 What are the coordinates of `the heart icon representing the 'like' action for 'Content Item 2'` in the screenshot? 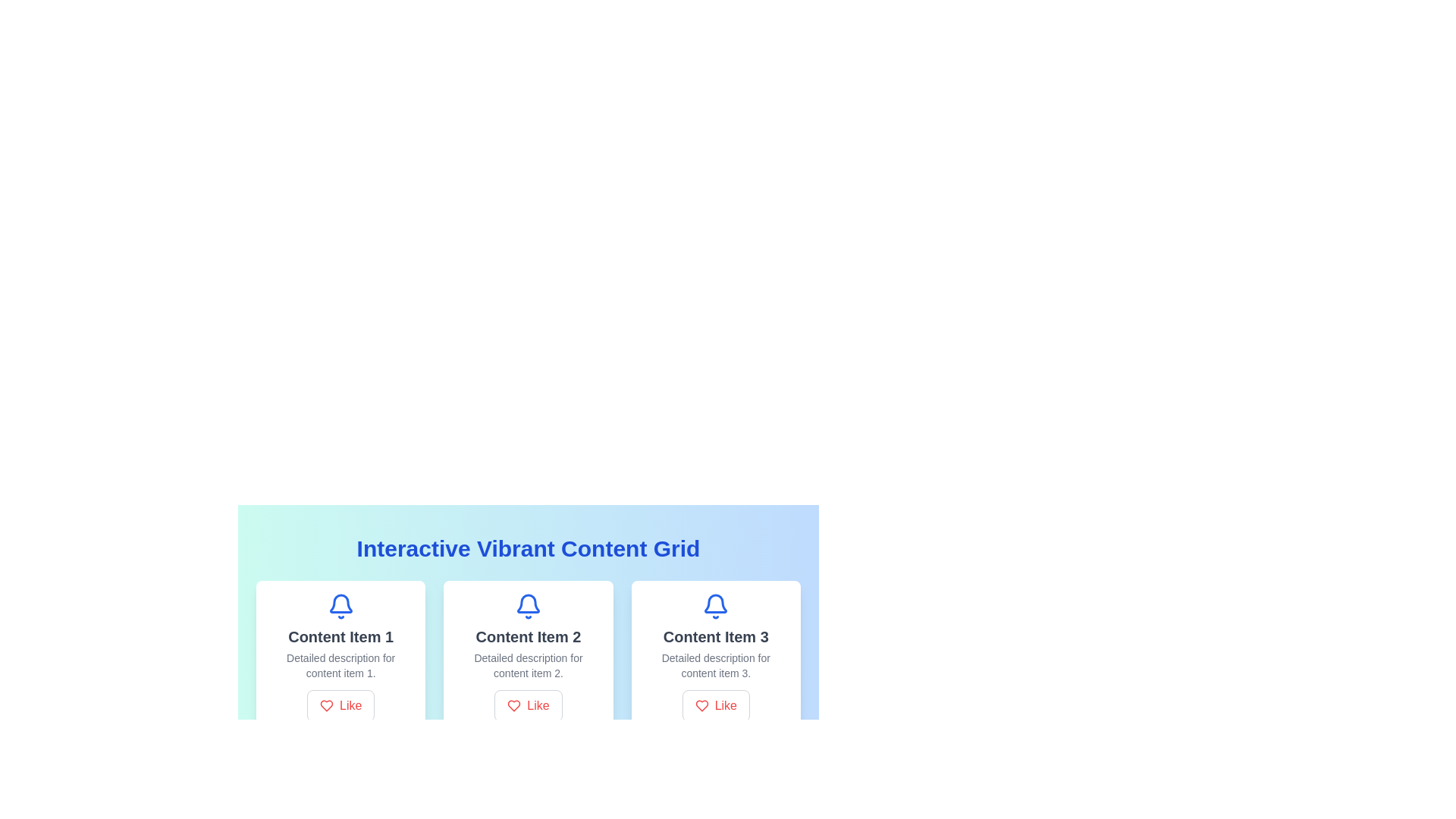 It's located at (514, 705).